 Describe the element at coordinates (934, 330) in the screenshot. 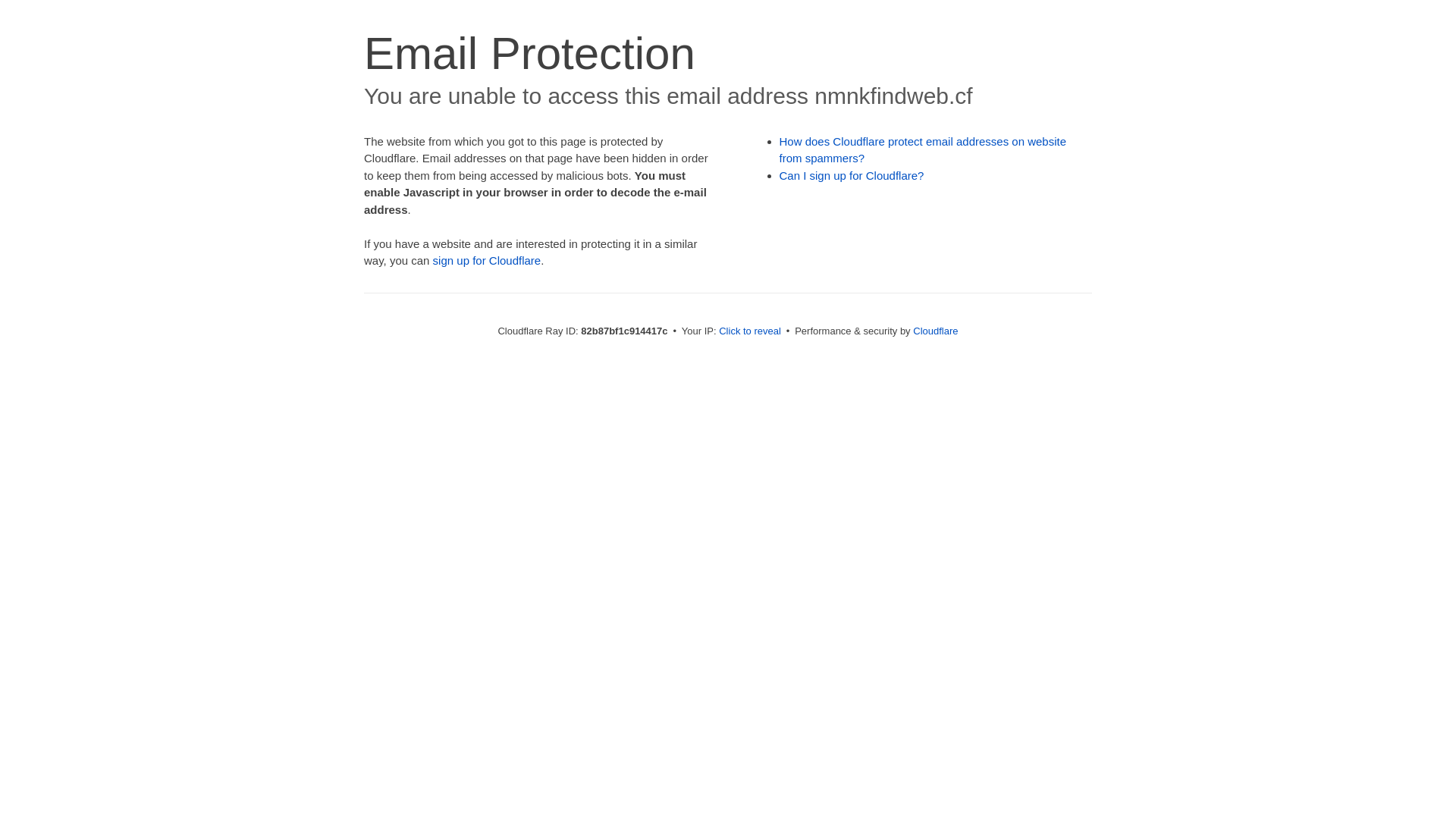

I see `'Cloudflare'` at that location.